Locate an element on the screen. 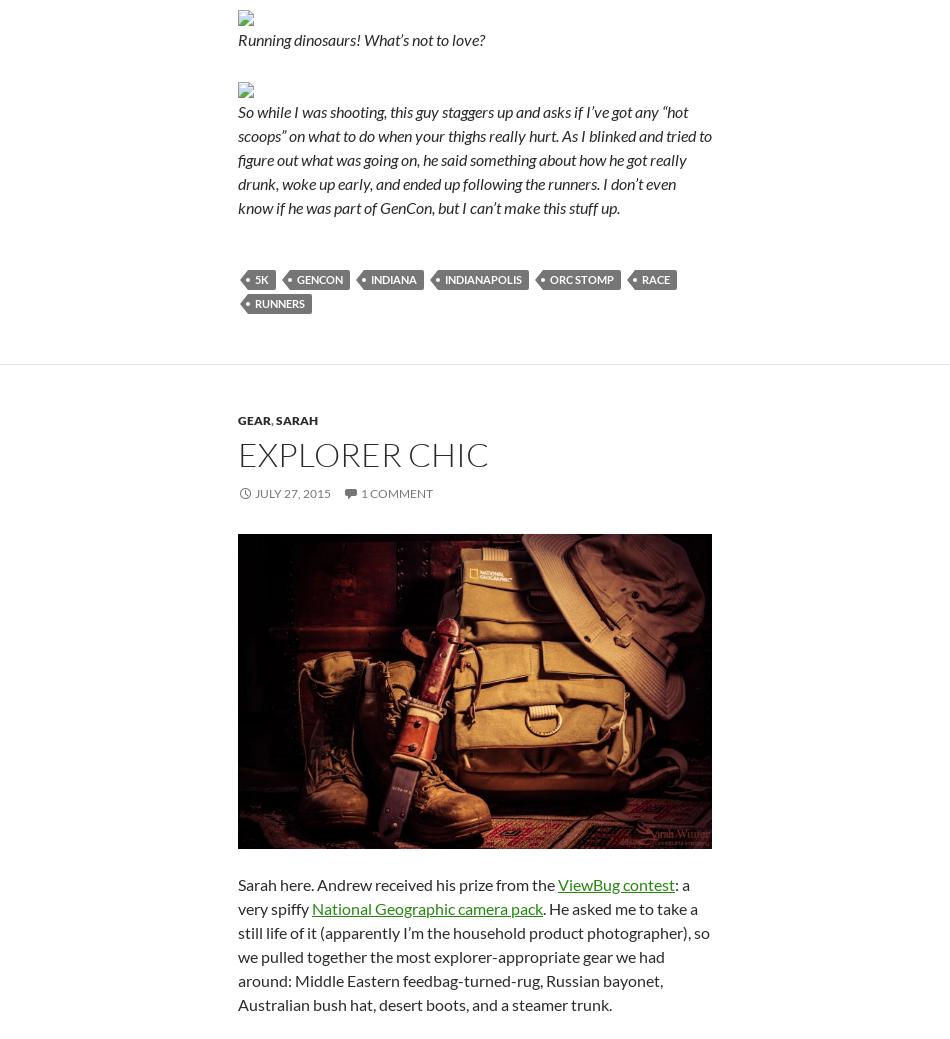 This screenshot has width=950, height=1039. 'indiana' is located at coordinates (392, 278).